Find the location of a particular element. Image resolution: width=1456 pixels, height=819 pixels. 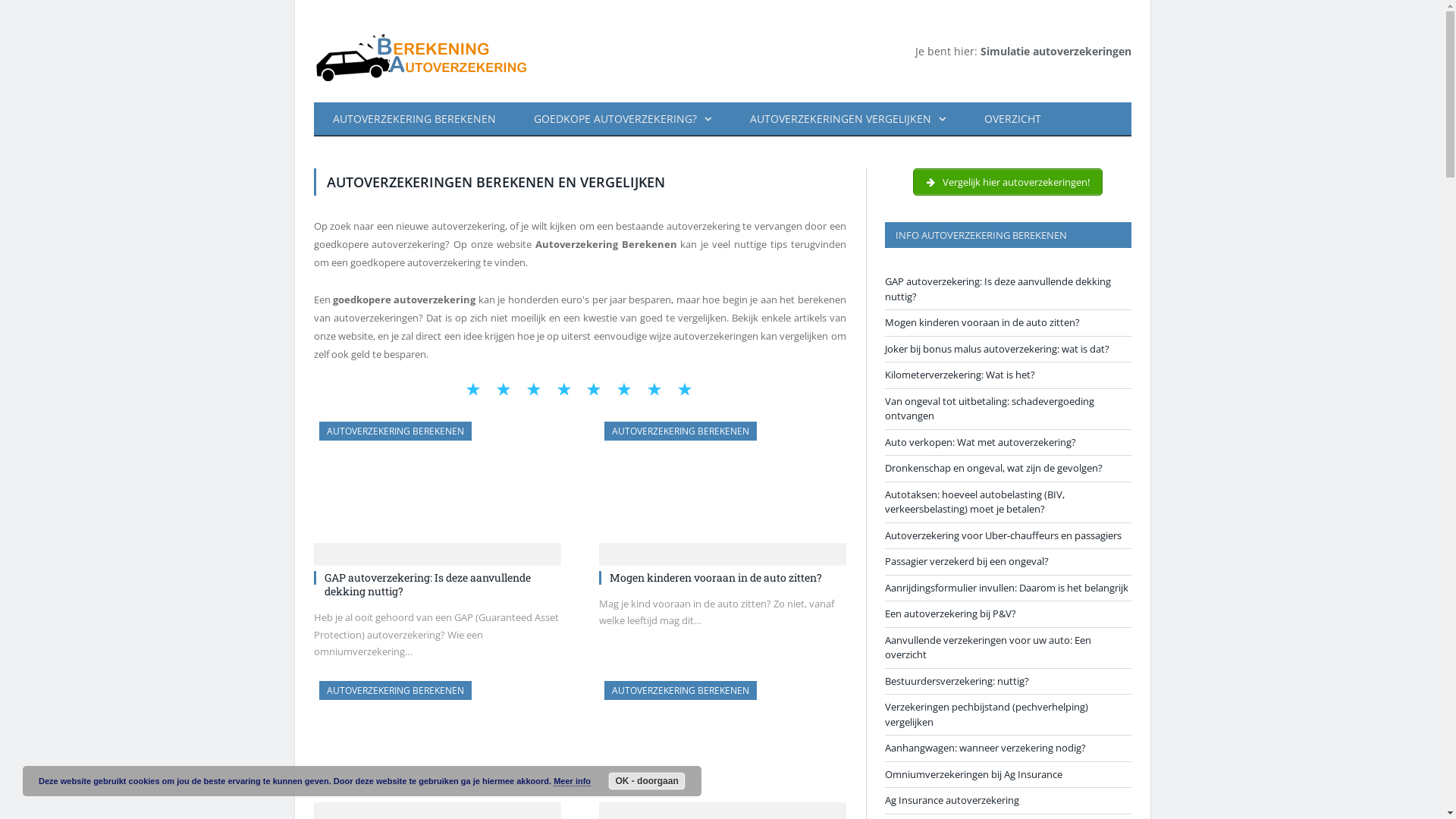

'Aanrijdingsformulier invullen: Daarom is het belangrijk' is located at coordinates (1006, 587).